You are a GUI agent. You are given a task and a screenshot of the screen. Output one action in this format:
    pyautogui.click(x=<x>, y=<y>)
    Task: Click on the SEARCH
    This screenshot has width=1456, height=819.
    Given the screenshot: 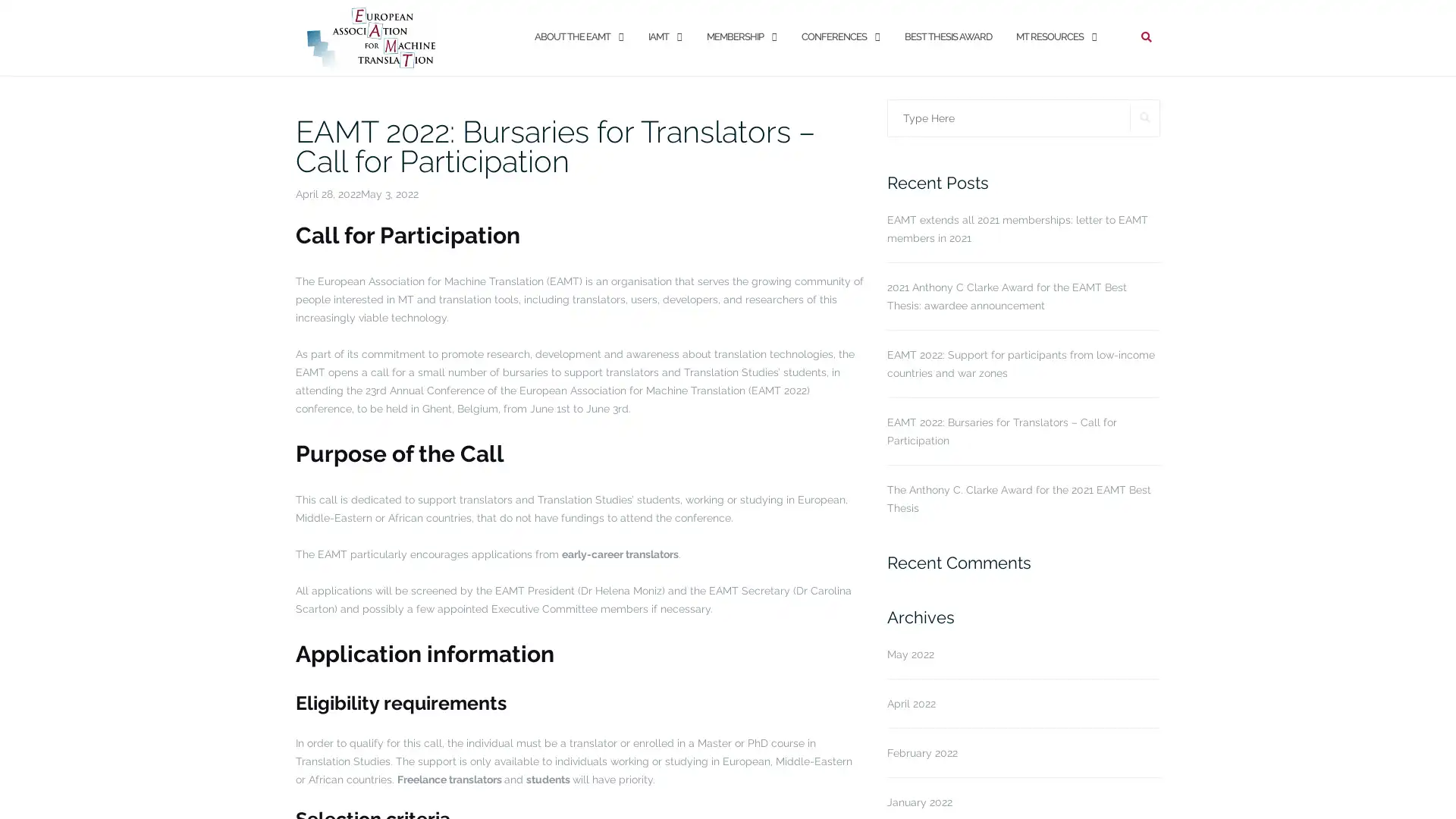 What is the action you would take?
    pyautogui.click(x=1145, y=116)
    